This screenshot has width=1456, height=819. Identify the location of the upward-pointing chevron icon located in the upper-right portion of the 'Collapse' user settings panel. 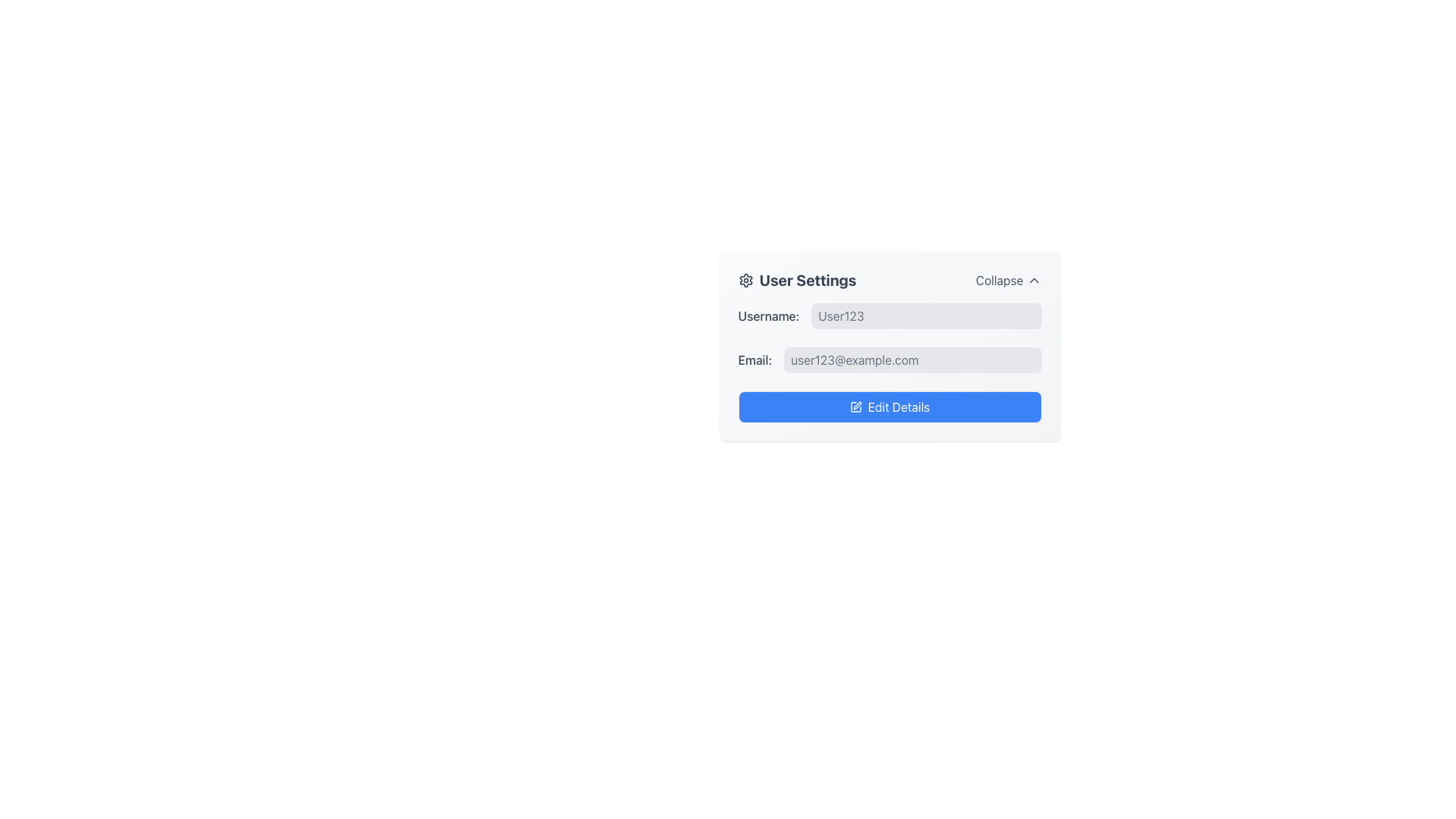
(1033, 281).